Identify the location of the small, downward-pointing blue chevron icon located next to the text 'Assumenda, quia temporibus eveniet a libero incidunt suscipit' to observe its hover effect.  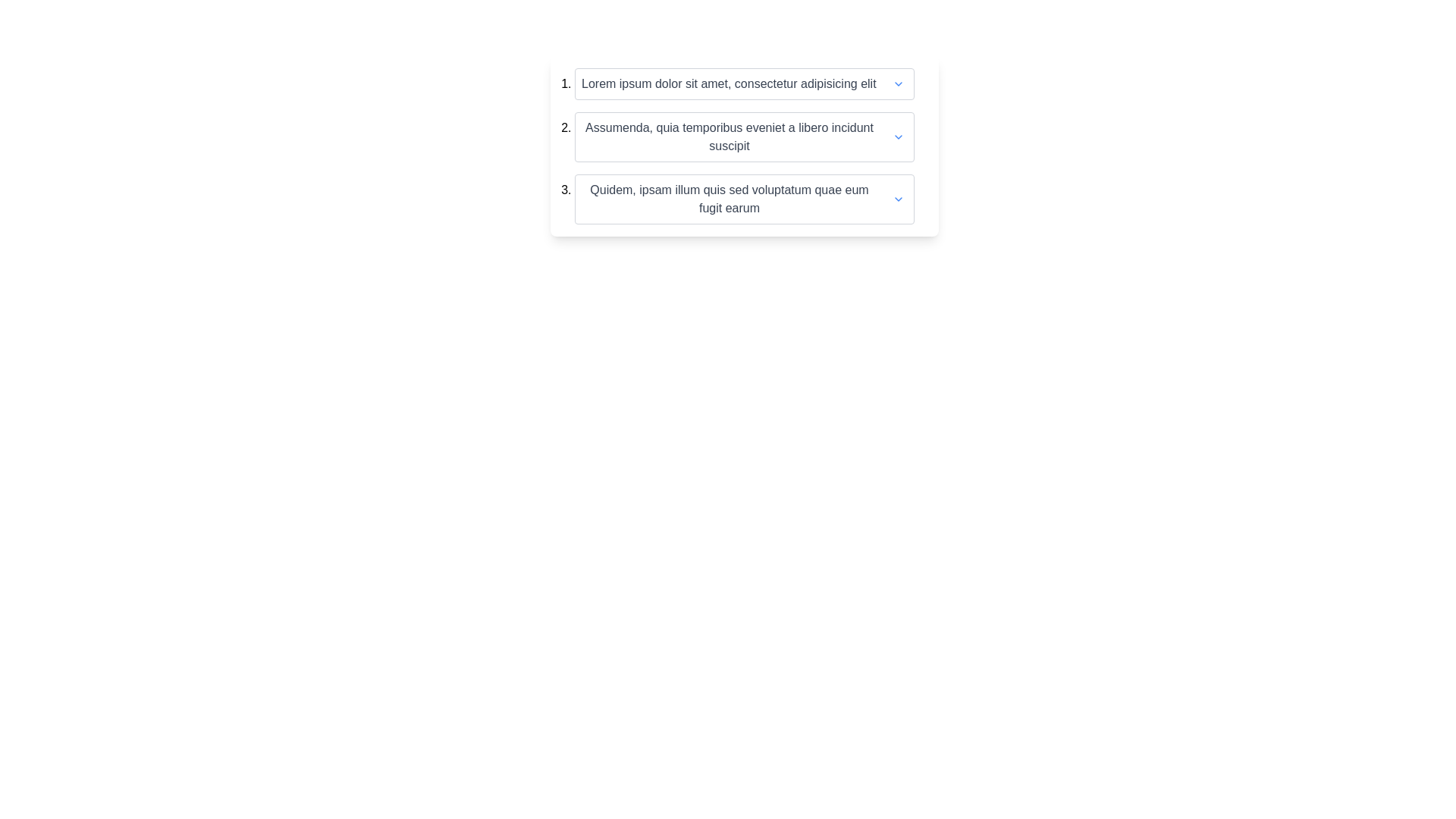
(899, 137).